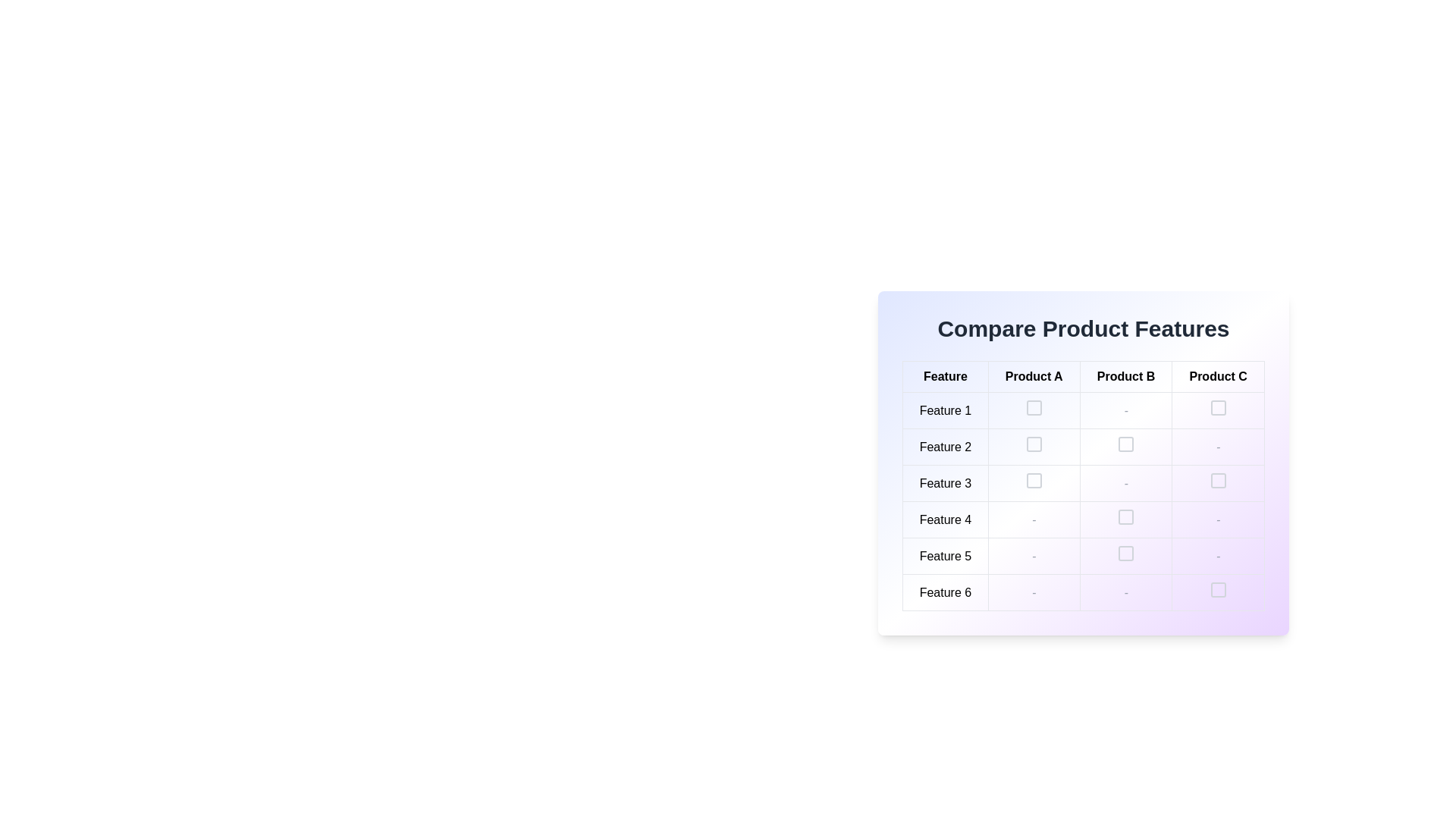 The image size is (1456, 819). What do you see at coordinates (1218, 406) in the screenshot?
I see `the checkbox for 'Feature 1' under the 'Product C' category` at bounding box center [1218, 406].